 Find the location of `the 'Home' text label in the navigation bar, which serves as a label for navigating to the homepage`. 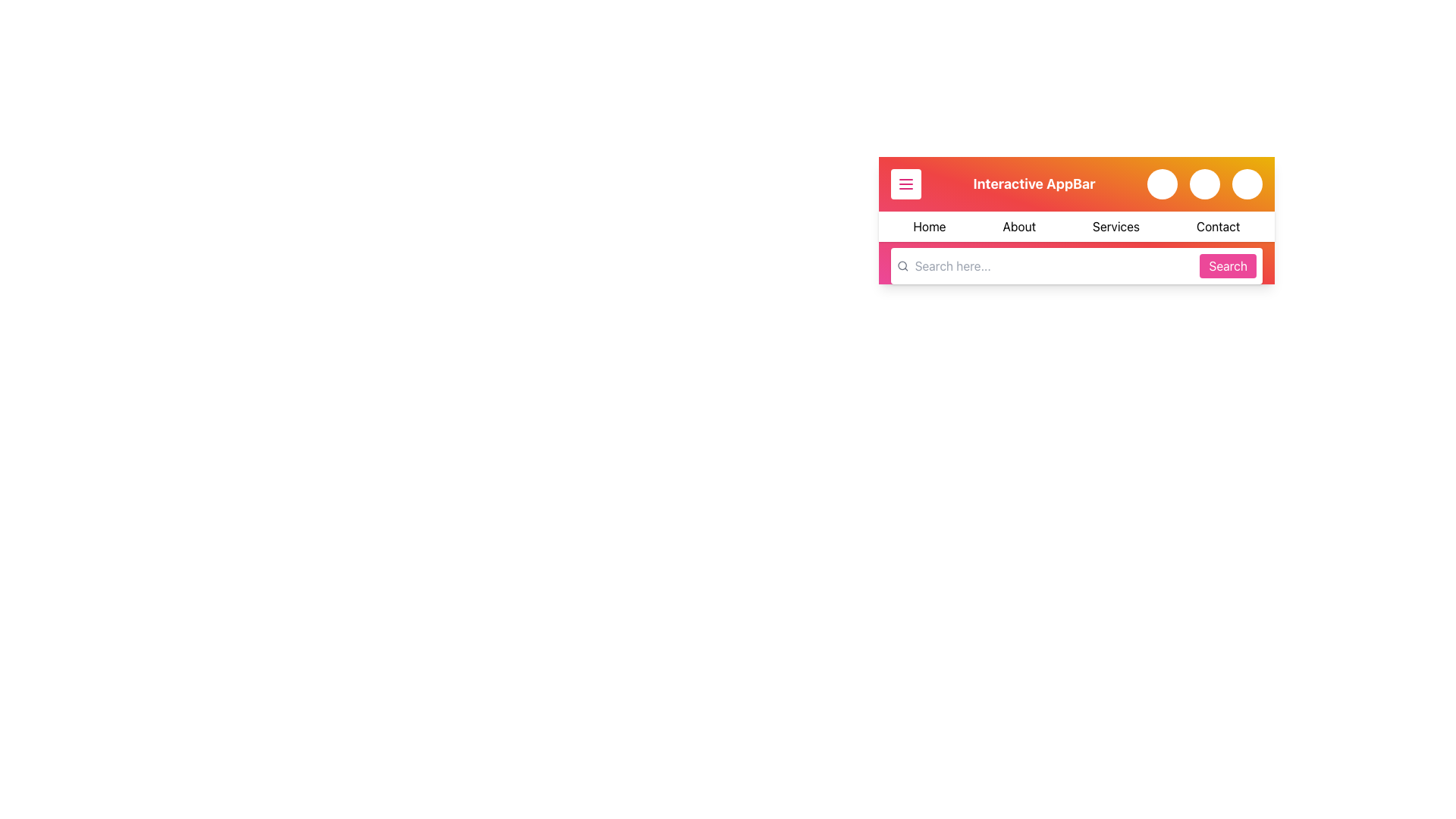

the 'Home' text label in the navigation bar, which serves as a label for navigating to the homepage is located at coordinates (928, 227).